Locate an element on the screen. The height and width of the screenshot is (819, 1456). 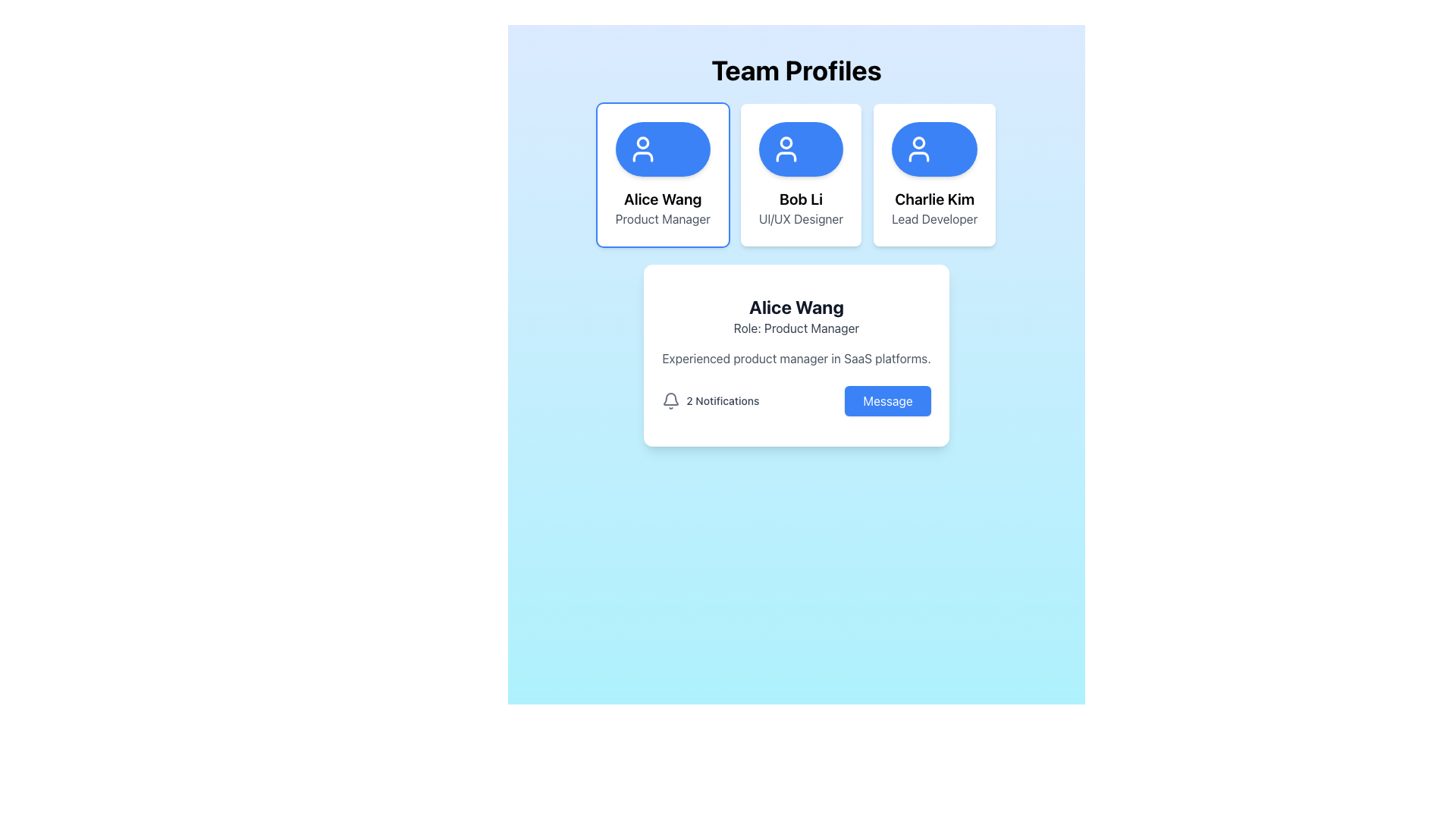
the circular user icon with a white outline on a blue background within the card labeled 'Charlie Kim', located in the third card from the left under 'Team Profiles' is located at coordinates (918, 149).